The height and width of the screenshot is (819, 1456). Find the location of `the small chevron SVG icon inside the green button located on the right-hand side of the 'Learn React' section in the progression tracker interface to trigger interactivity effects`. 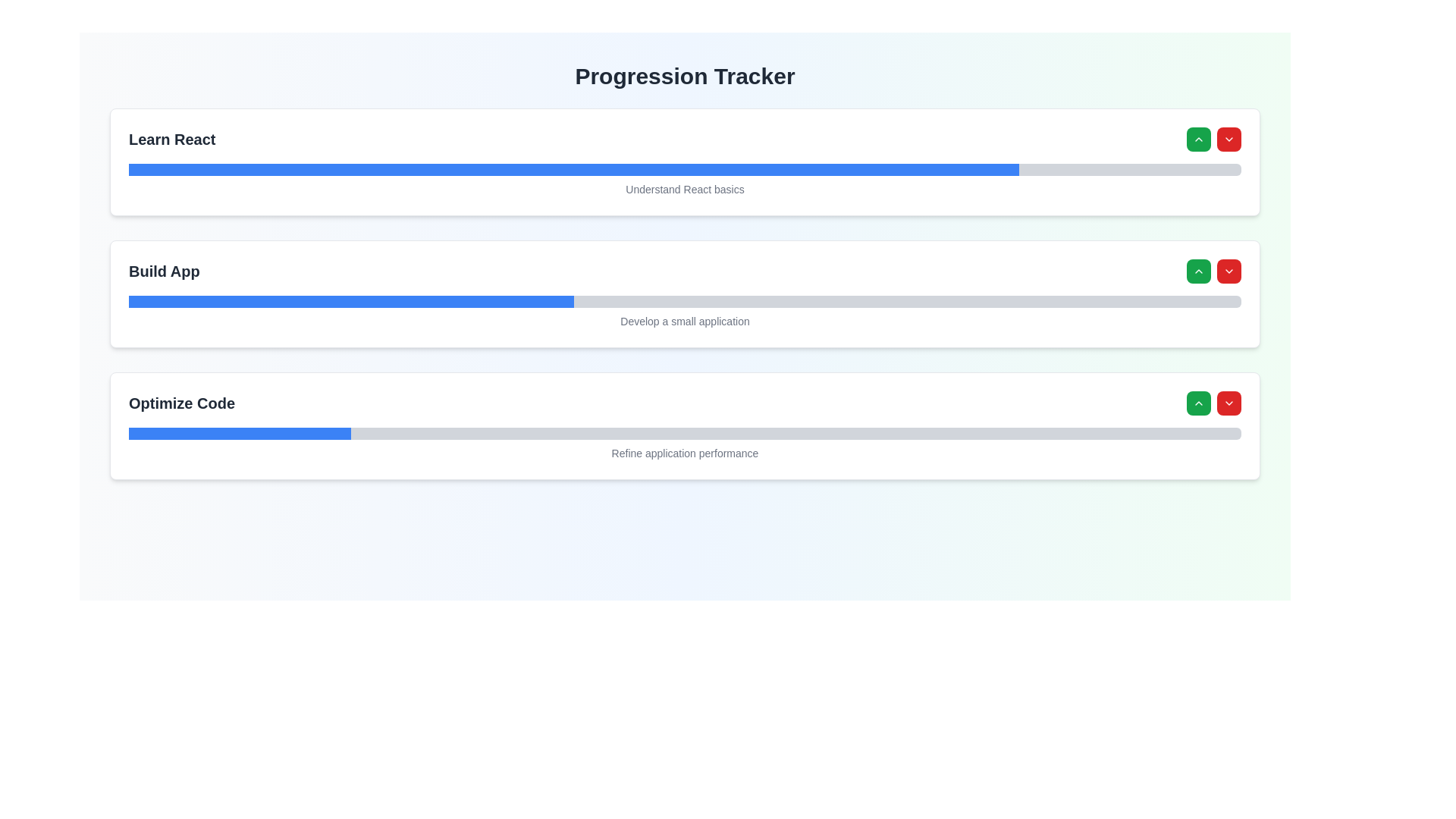

the small chevron SVG icon inside the green button located on the right-hand side of the 'Learn React' section in the progression tracker interface to trigger interactivity effects is located at coordinates (1197, 140).